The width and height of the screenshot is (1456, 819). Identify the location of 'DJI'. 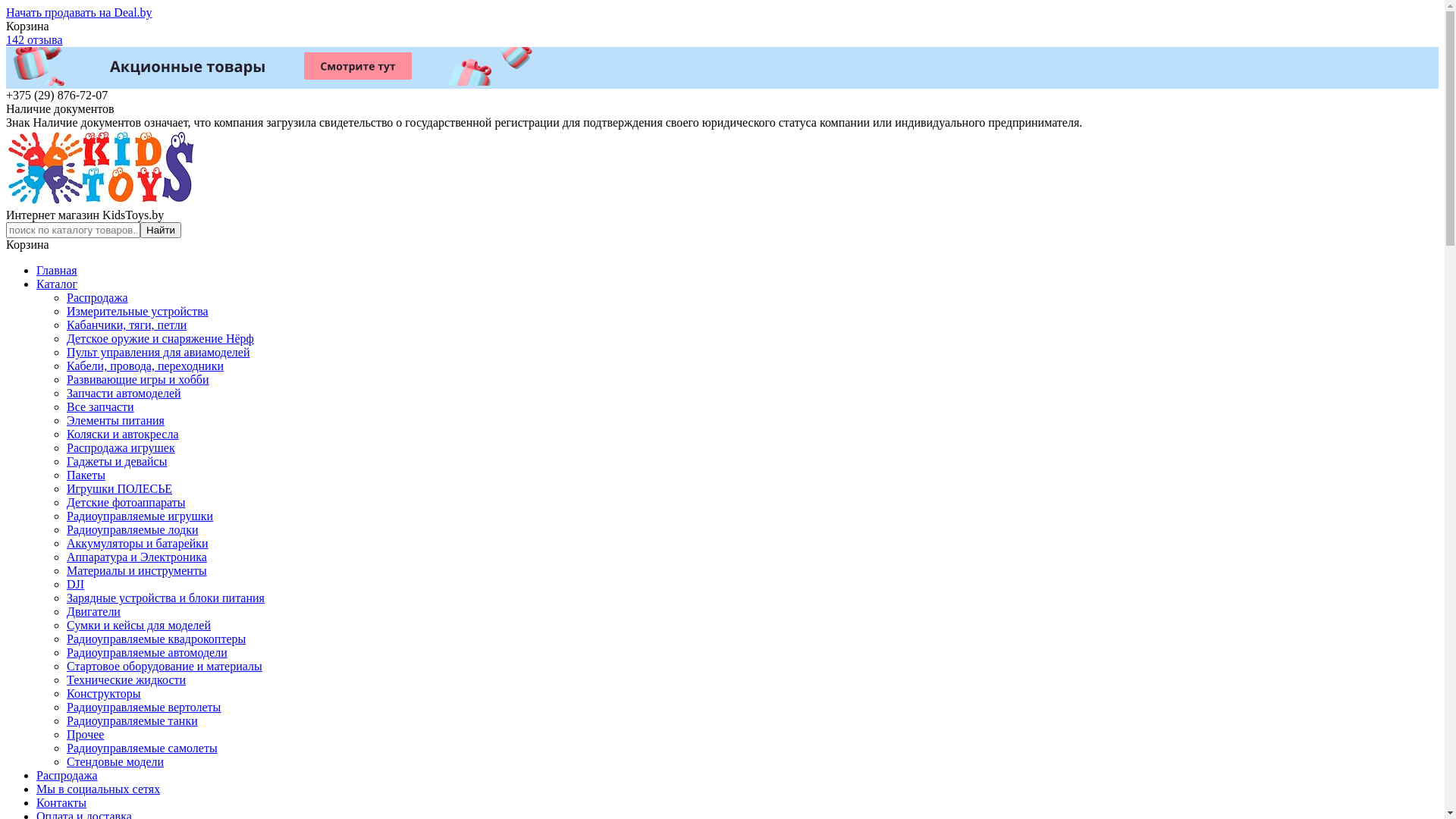
(74, 583).